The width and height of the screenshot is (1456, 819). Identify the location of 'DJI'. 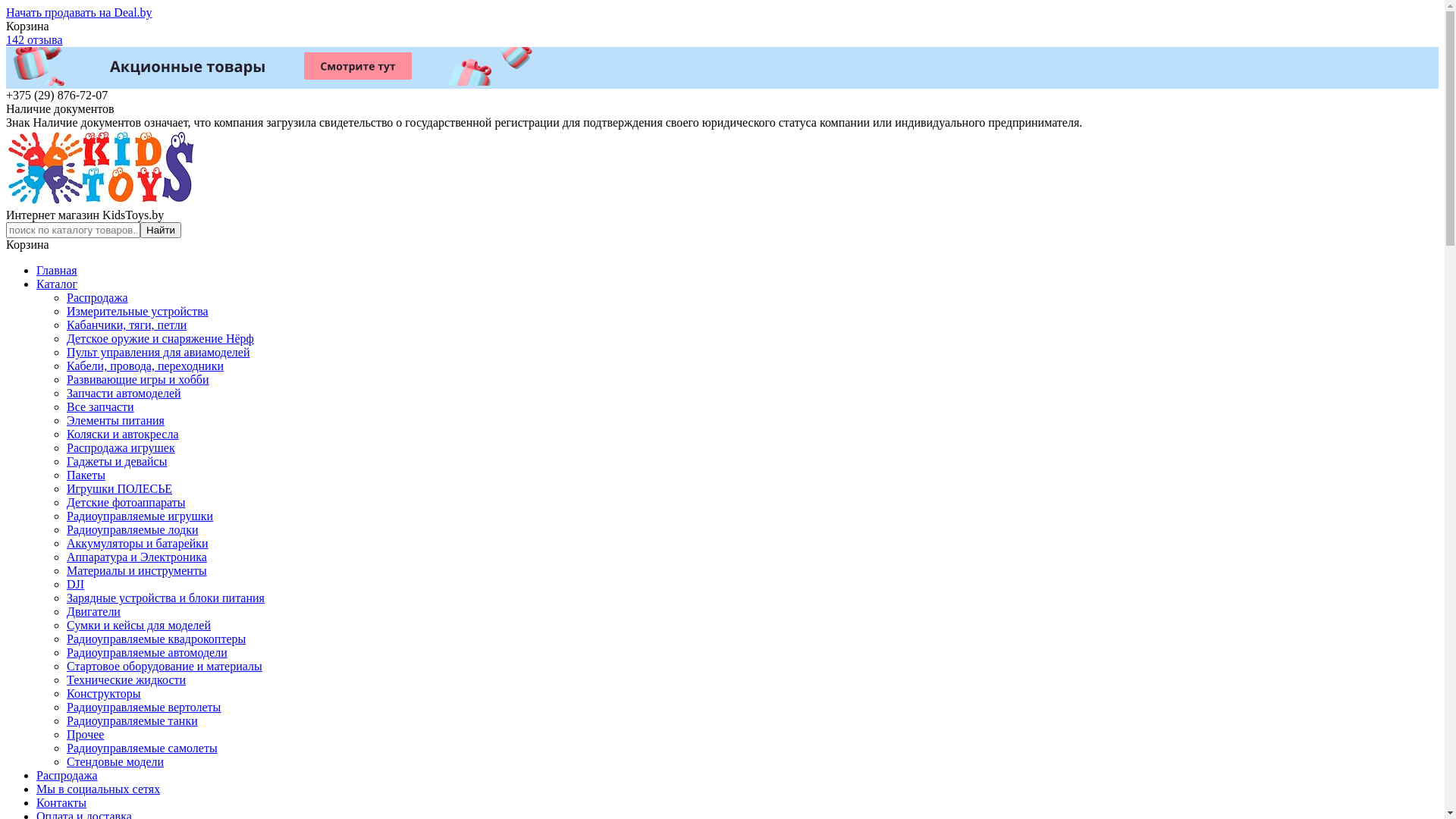
(74, 583).